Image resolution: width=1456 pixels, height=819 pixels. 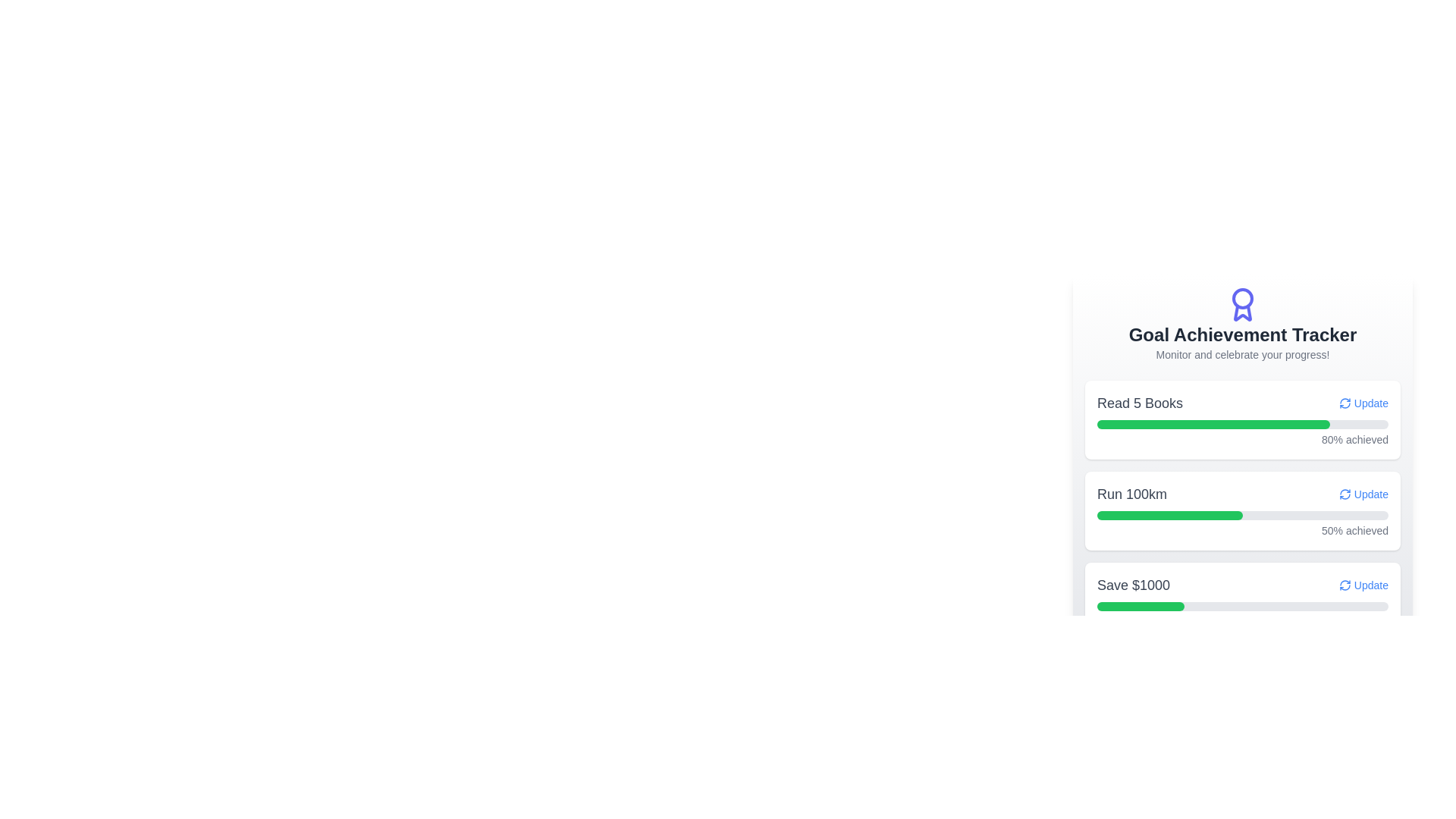 I want to click on the 'Update' button with a refresh arrow icon located to the right of the 'Read 5 Books' text, so click(x=1363, y=403).